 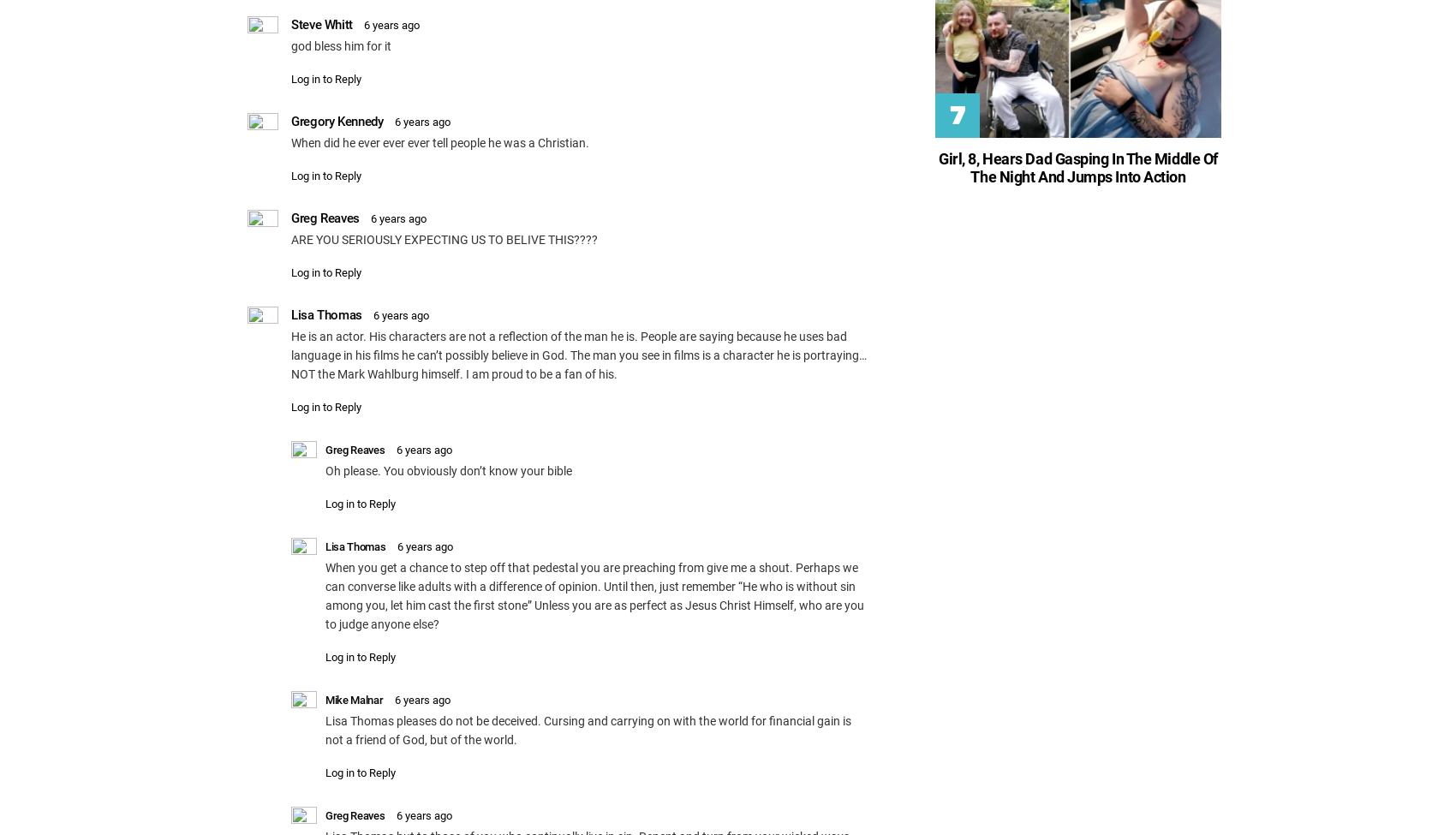 What do you see at coordinates (588, 729) in the screenshot?
I see `'Lisa Thomas pleases do not be deceived. Cursing and carrying on with the world for financial gain is not a friend of God, but of the world.'` at bounding box center [588, 729].